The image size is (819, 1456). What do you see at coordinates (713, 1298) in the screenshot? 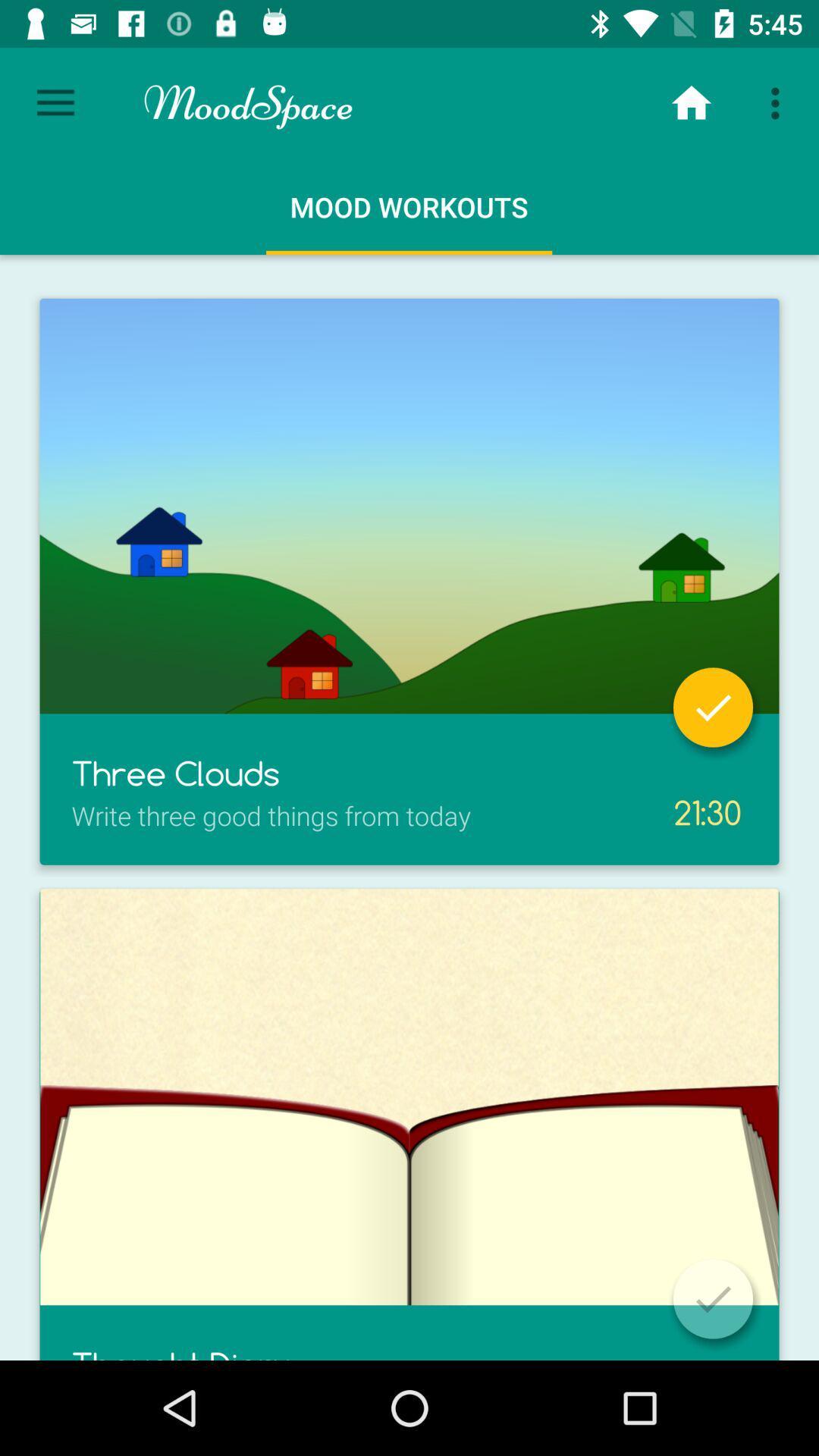
I see `finish the workout` at bounding box center [713, 1298].